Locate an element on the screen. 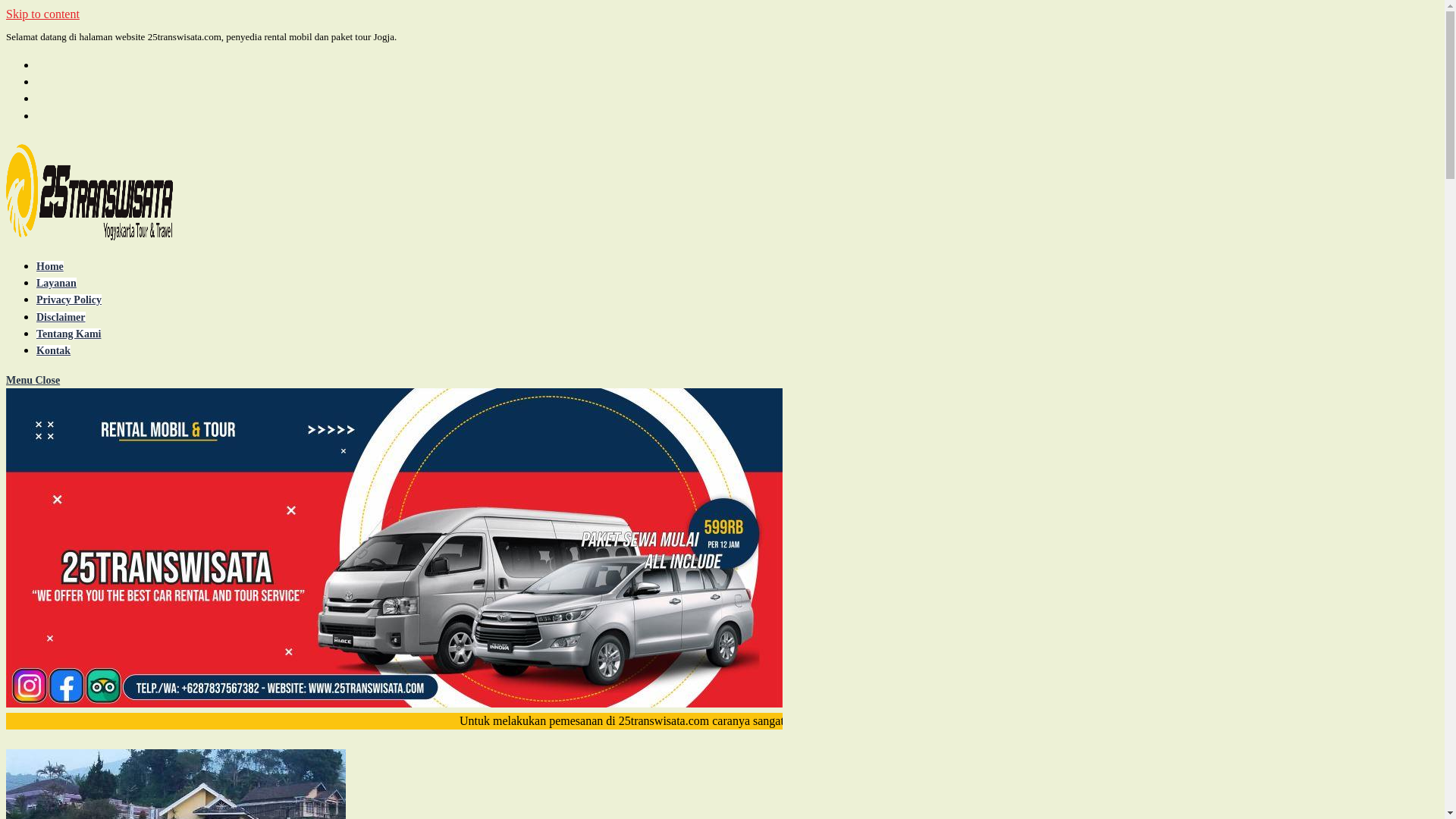 The width and height of the screenshot is (1456, 819). 'Tentang Kami' is located at coordinates (36, 333).